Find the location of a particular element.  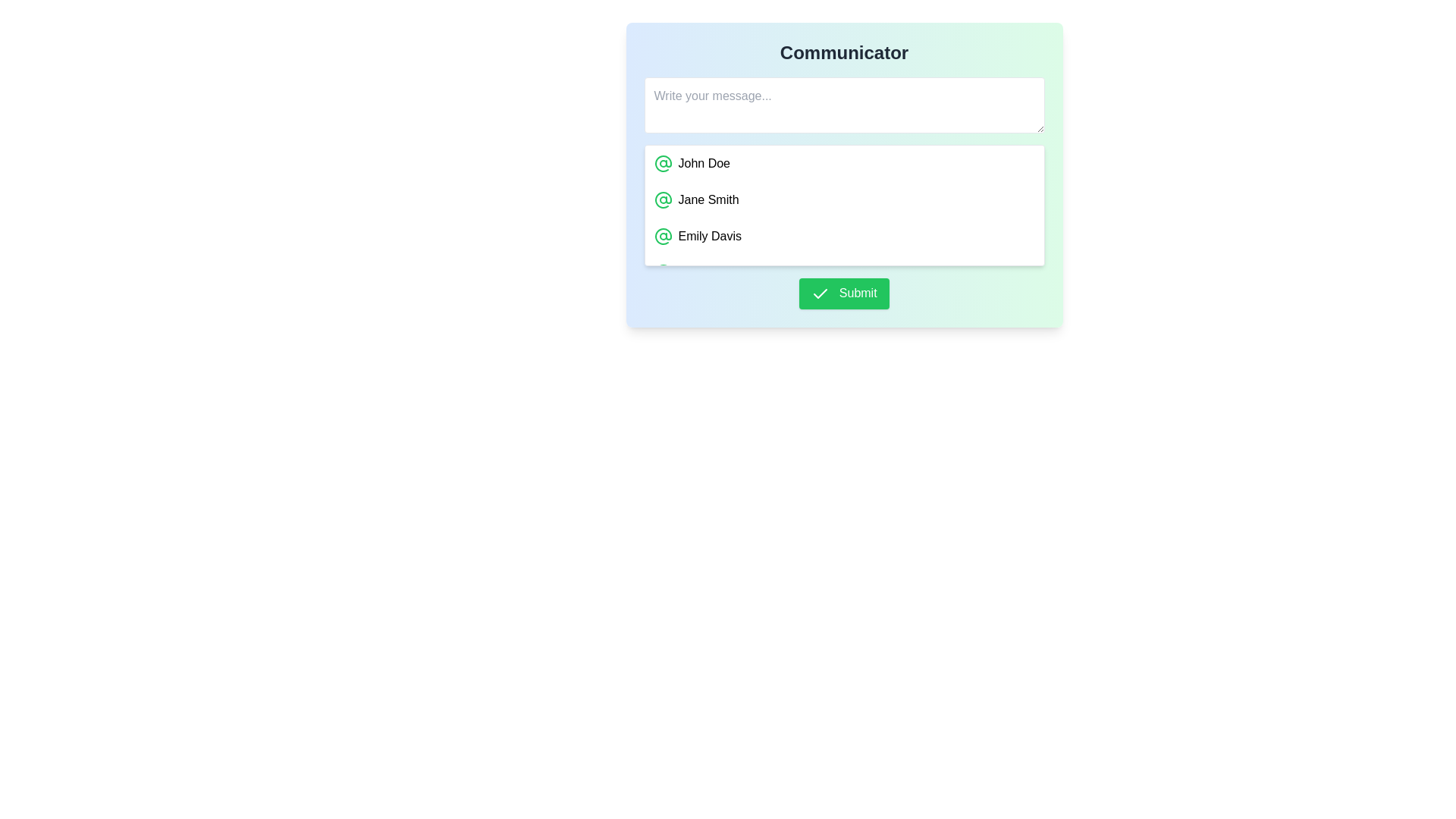

the checkmark icon within the 'Submit' button at the bottom of the interface to visually reinforce the confirmation action is located at coordinates (820, 293).